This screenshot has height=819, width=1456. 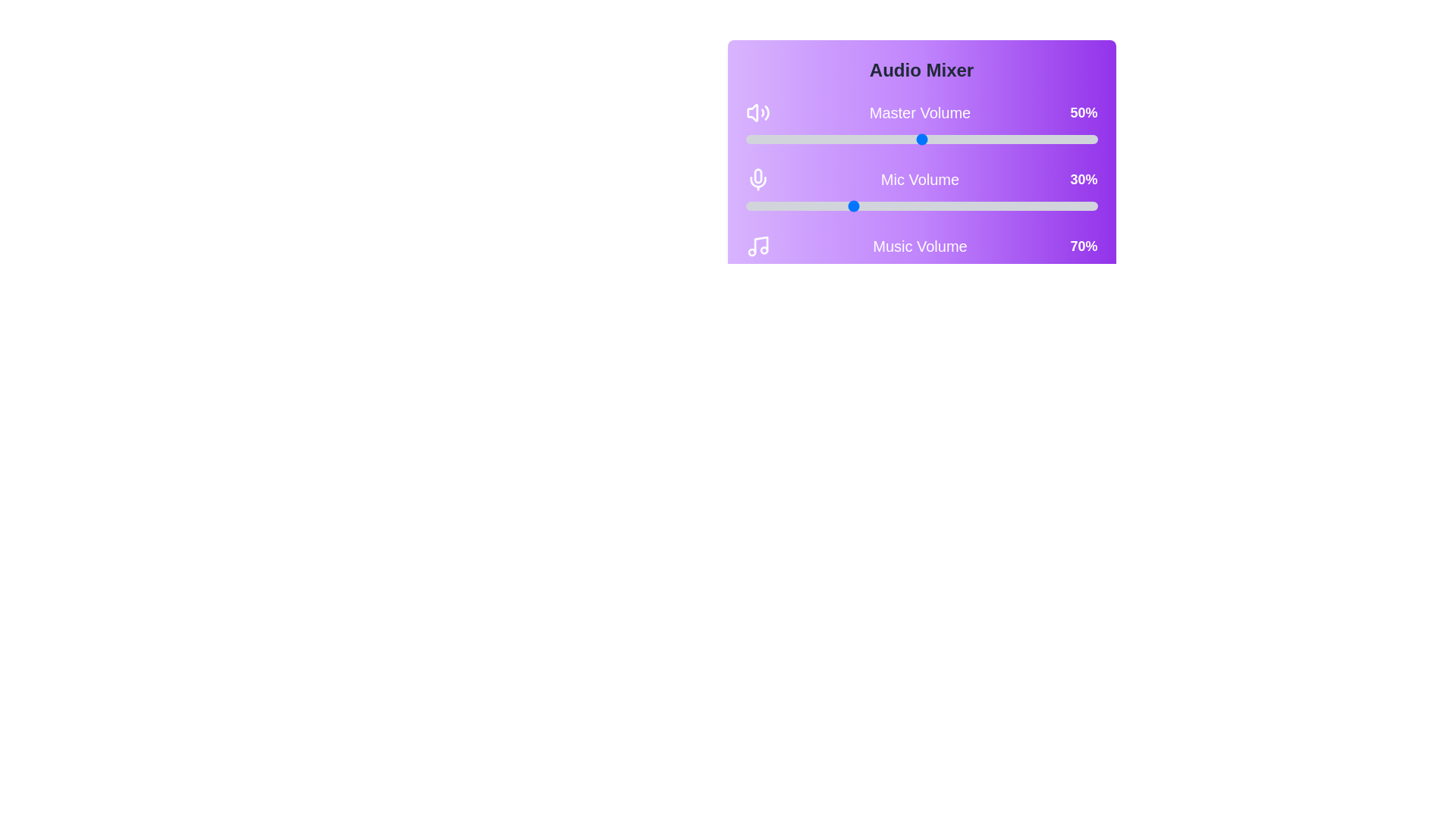 What do you see at coordinates (1090, 140) in the screenshot?
I see `the Master Volume slider` at bounding box center [1090, 140].